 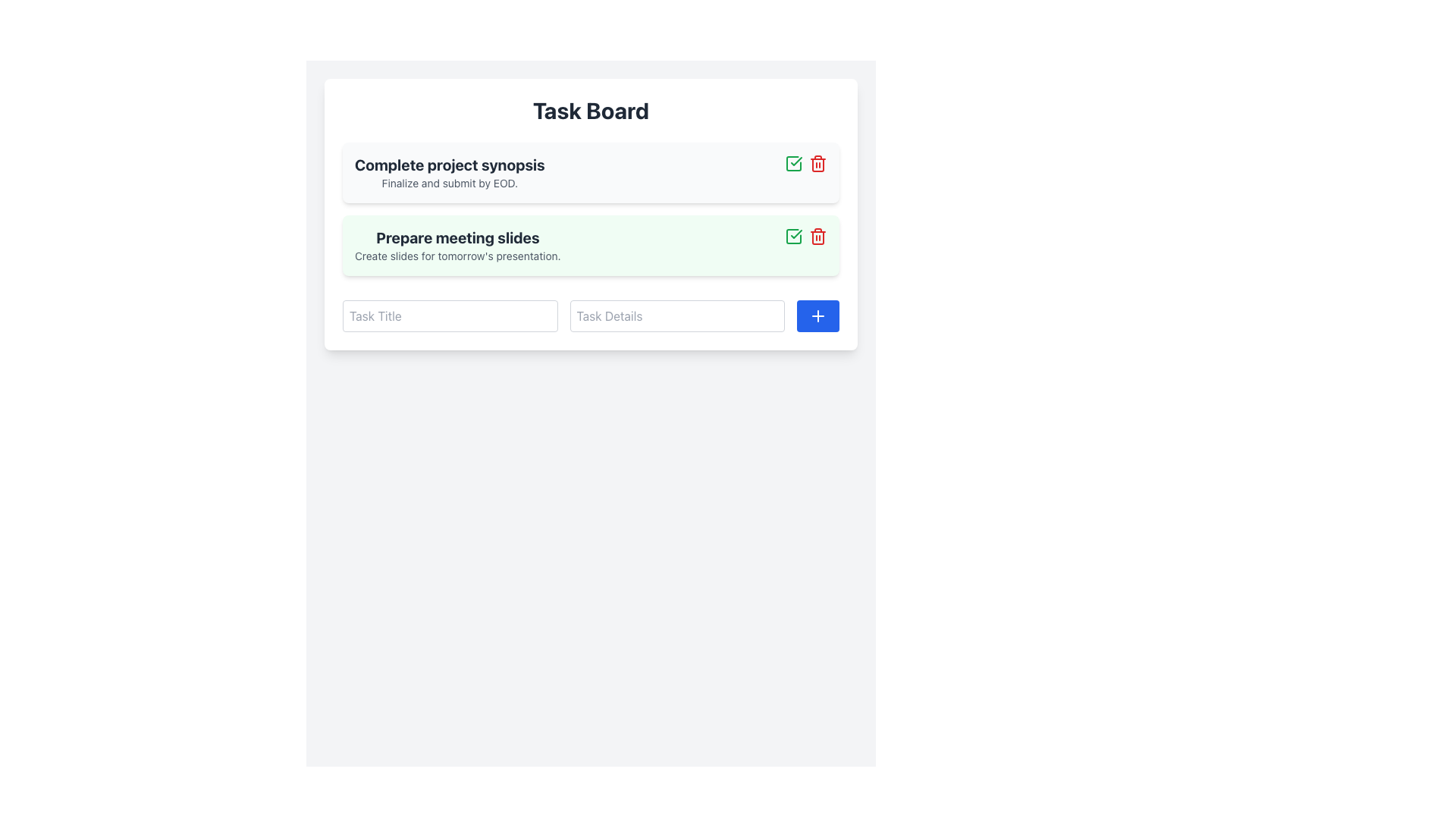 I want to click on the non-interactive text label that serves as the title of the task, located at the top of the first task card in the task board, so click(x=449, y=165).